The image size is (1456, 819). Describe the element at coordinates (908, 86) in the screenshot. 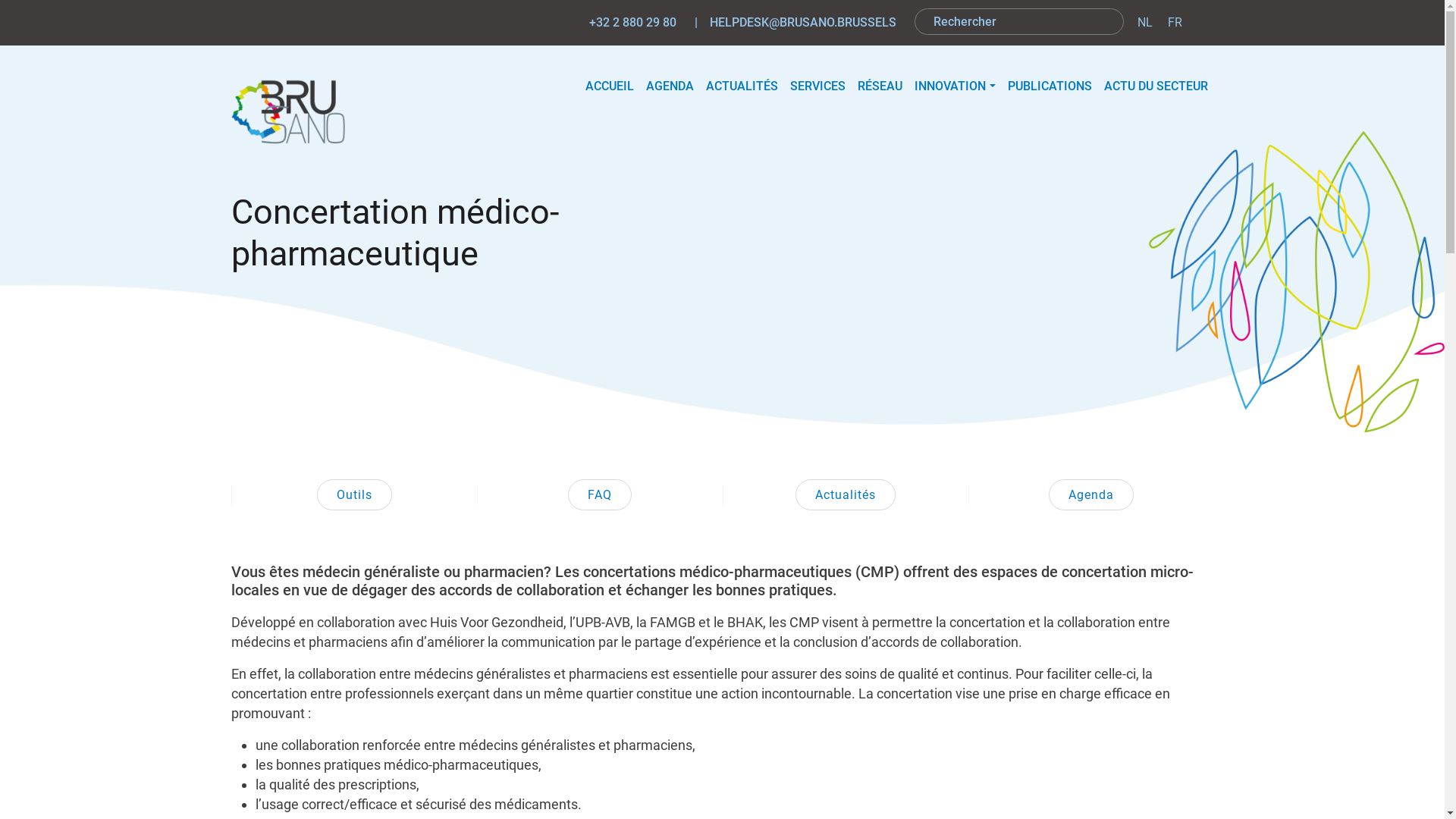

I see `'INNOVATION'` at that location.